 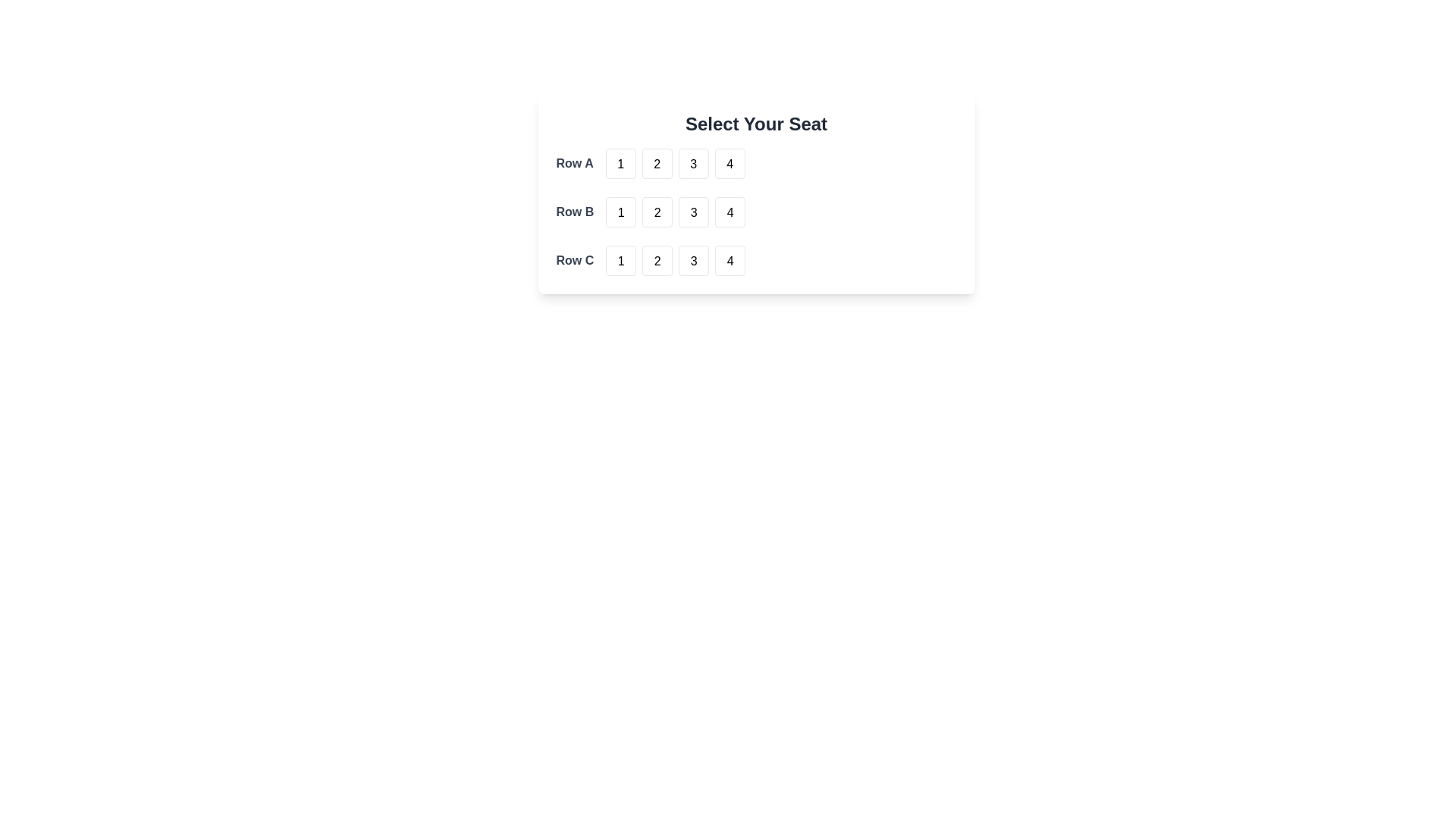 What do you see at coordinates (675, 212) in the screenshot?
I see `the button in the grouped selection interface located in 'Row B'` at bounding box center [675, 212].